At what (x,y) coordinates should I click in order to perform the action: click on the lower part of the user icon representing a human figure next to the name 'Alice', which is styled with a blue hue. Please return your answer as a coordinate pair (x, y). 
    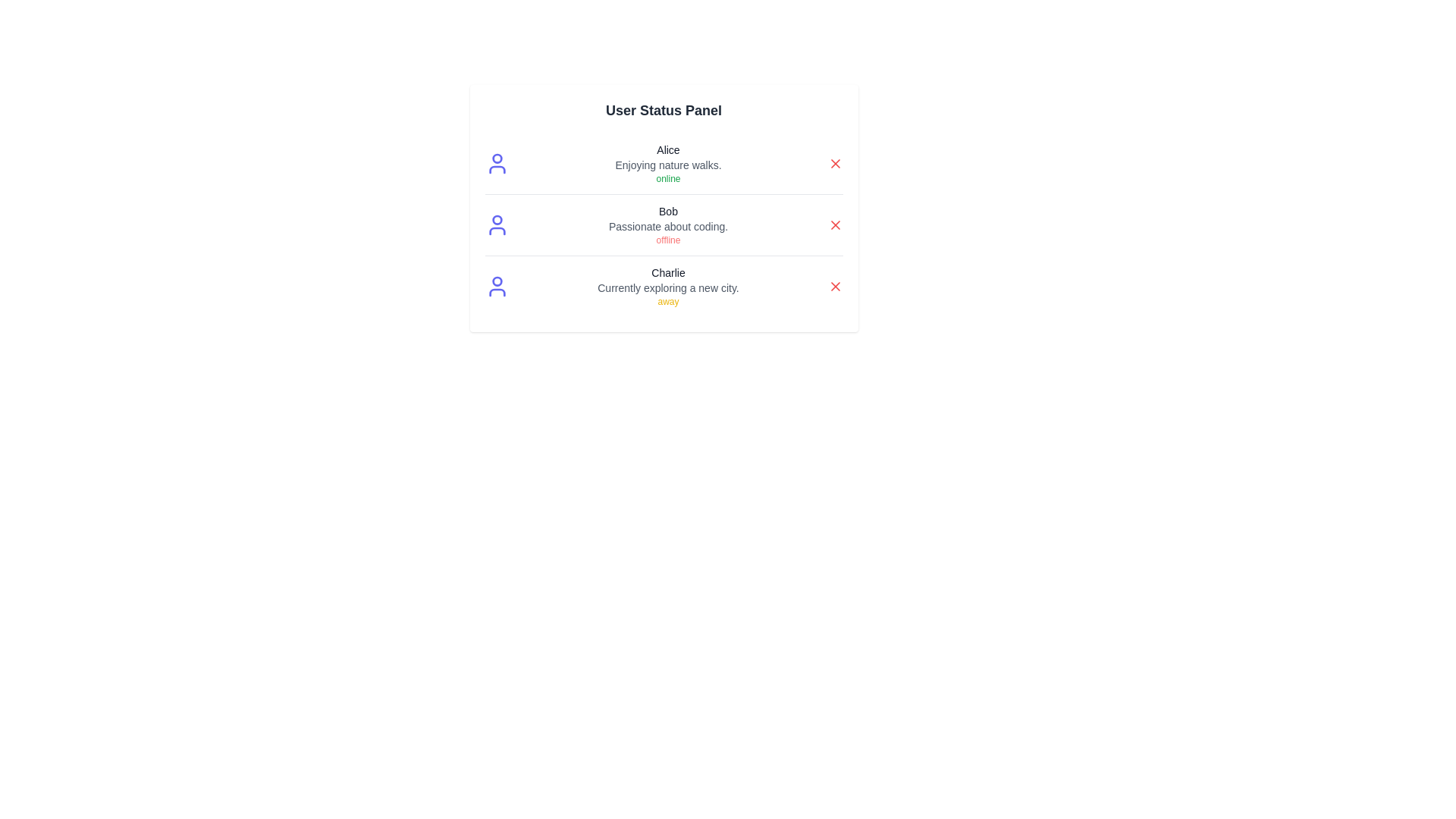
    Looking at the image, I should click on (497, 169).